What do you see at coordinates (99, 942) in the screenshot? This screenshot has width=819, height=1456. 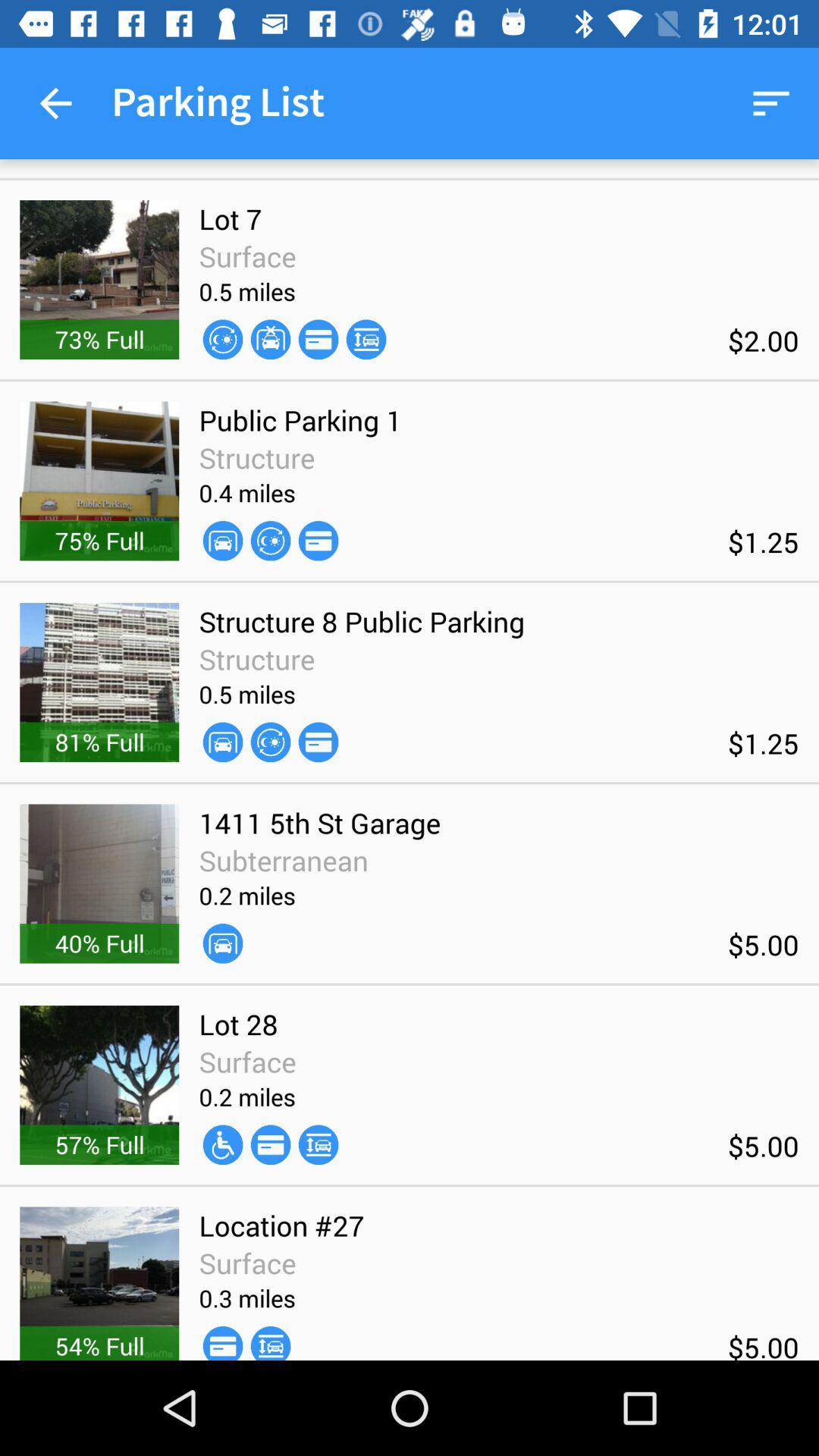 I see `the 40% full` at bounding box center [99, 942].